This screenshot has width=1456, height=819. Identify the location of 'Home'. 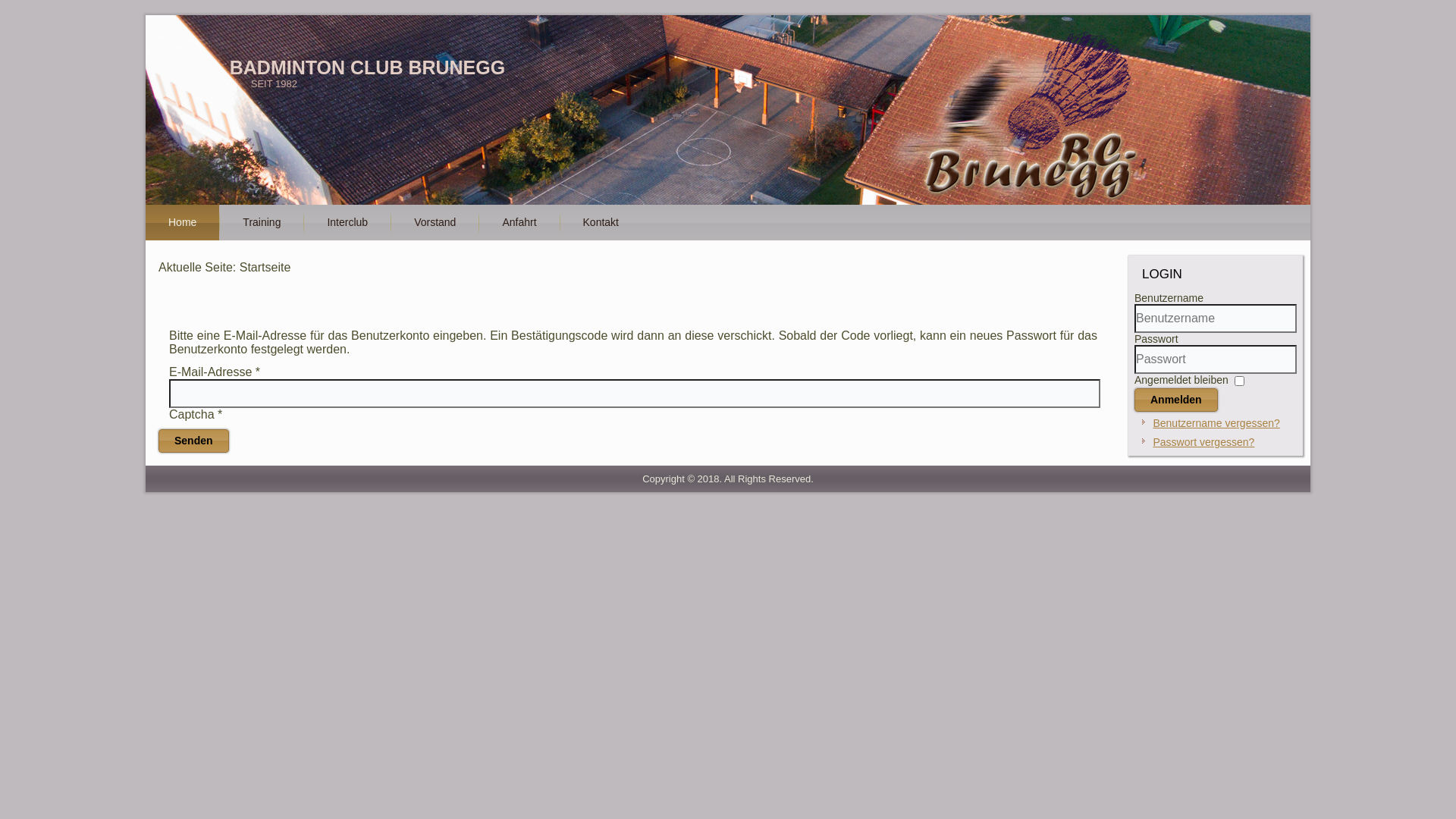
(182, 222).